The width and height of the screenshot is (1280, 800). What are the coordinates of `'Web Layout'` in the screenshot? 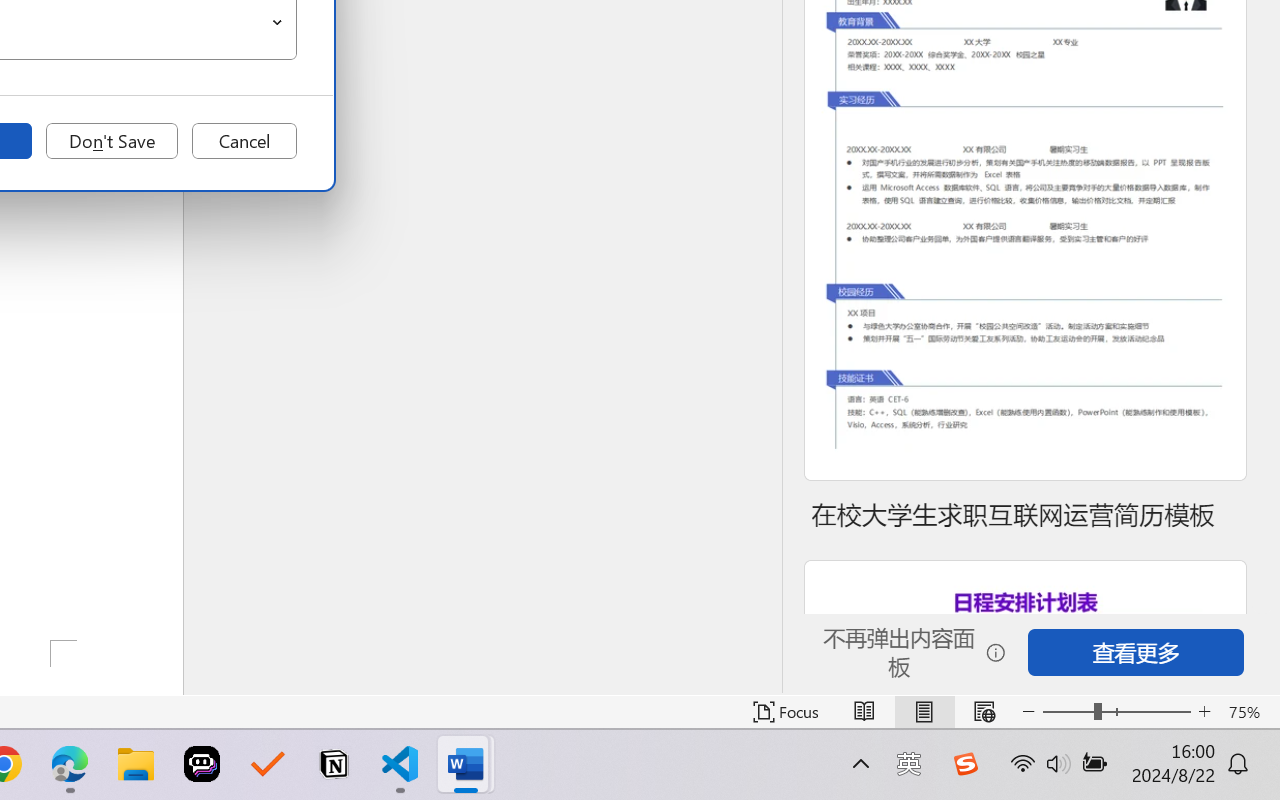 It's located at (984, 711).